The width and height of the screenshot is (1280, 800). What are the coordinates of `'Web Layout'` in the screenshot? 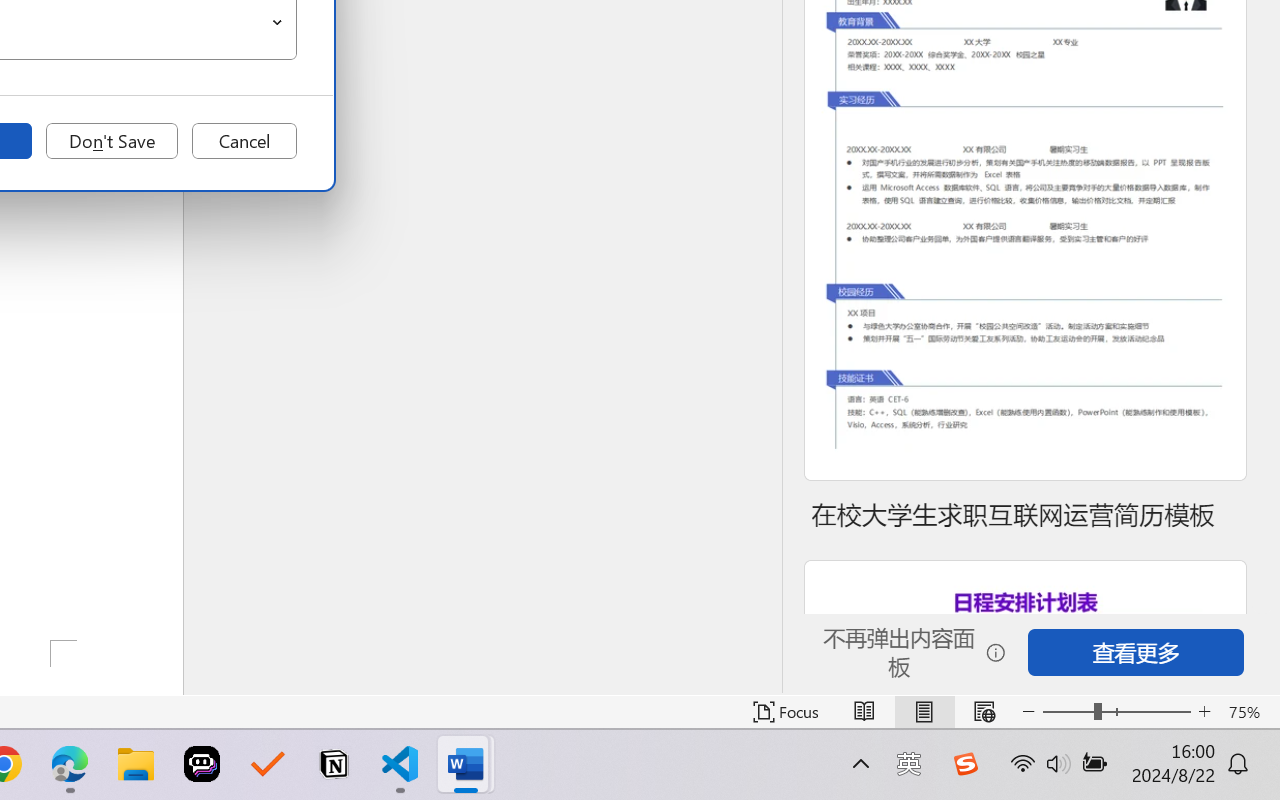 It's located at (984, 711).